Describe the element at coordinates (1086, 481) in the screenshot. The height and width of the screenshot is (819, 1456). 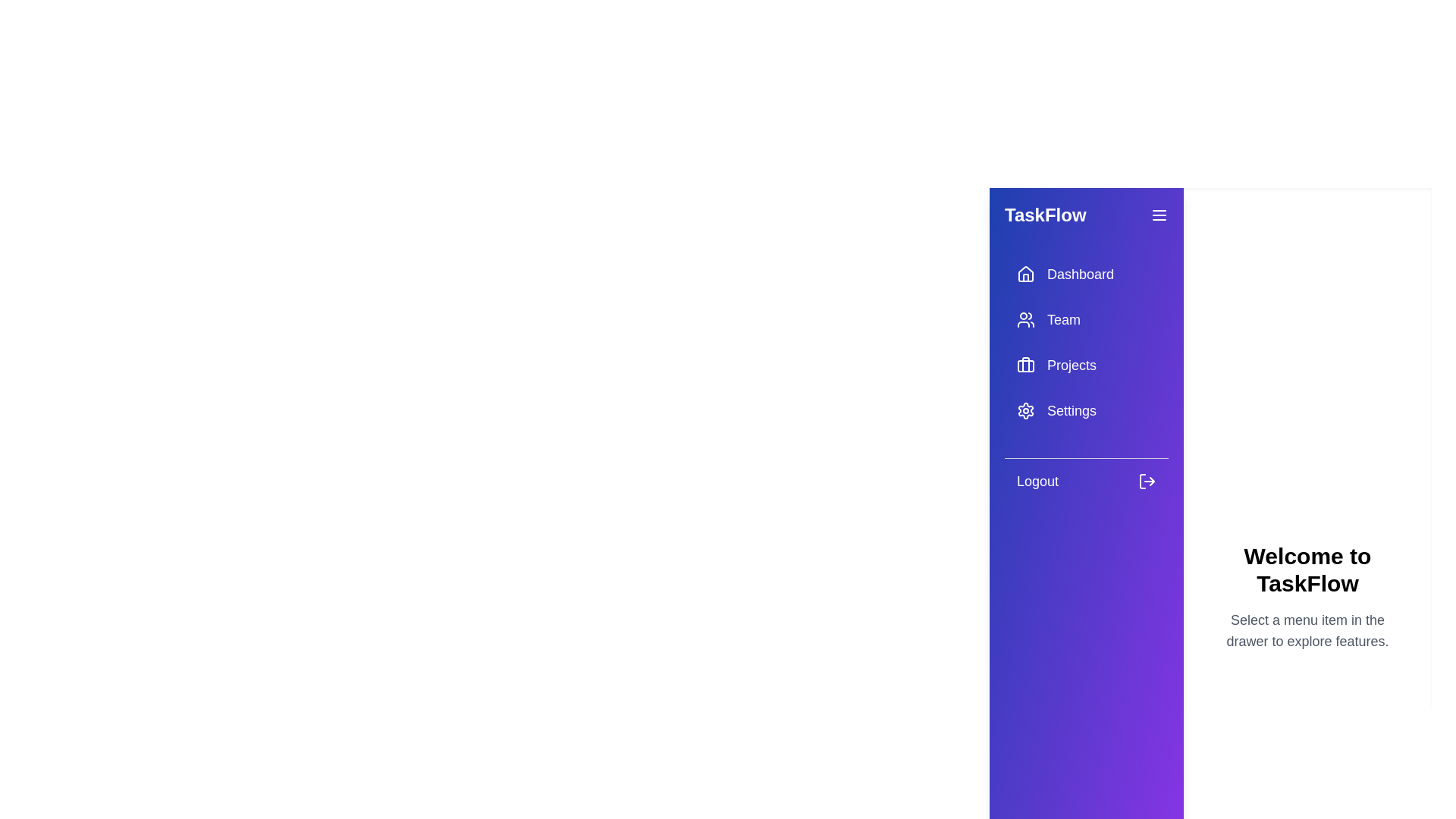
I see `the 'Logout' option in the drawer` at that location.